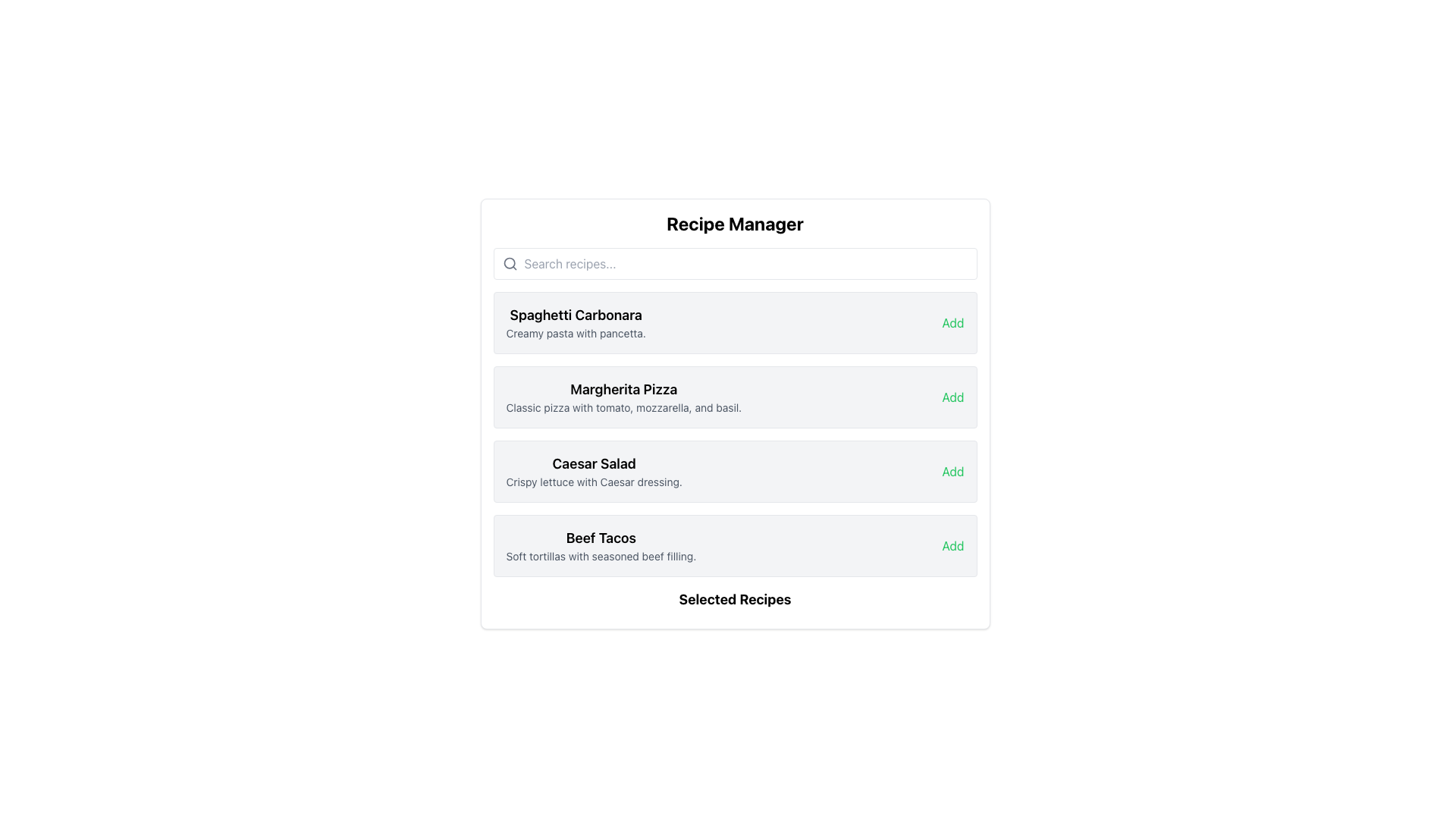  I want to click on the descriptive text 'Crispy lettuce with Caesar dressing.' located beneath the header 'Caesar Salad' in the recipe list, so click(593, 482).